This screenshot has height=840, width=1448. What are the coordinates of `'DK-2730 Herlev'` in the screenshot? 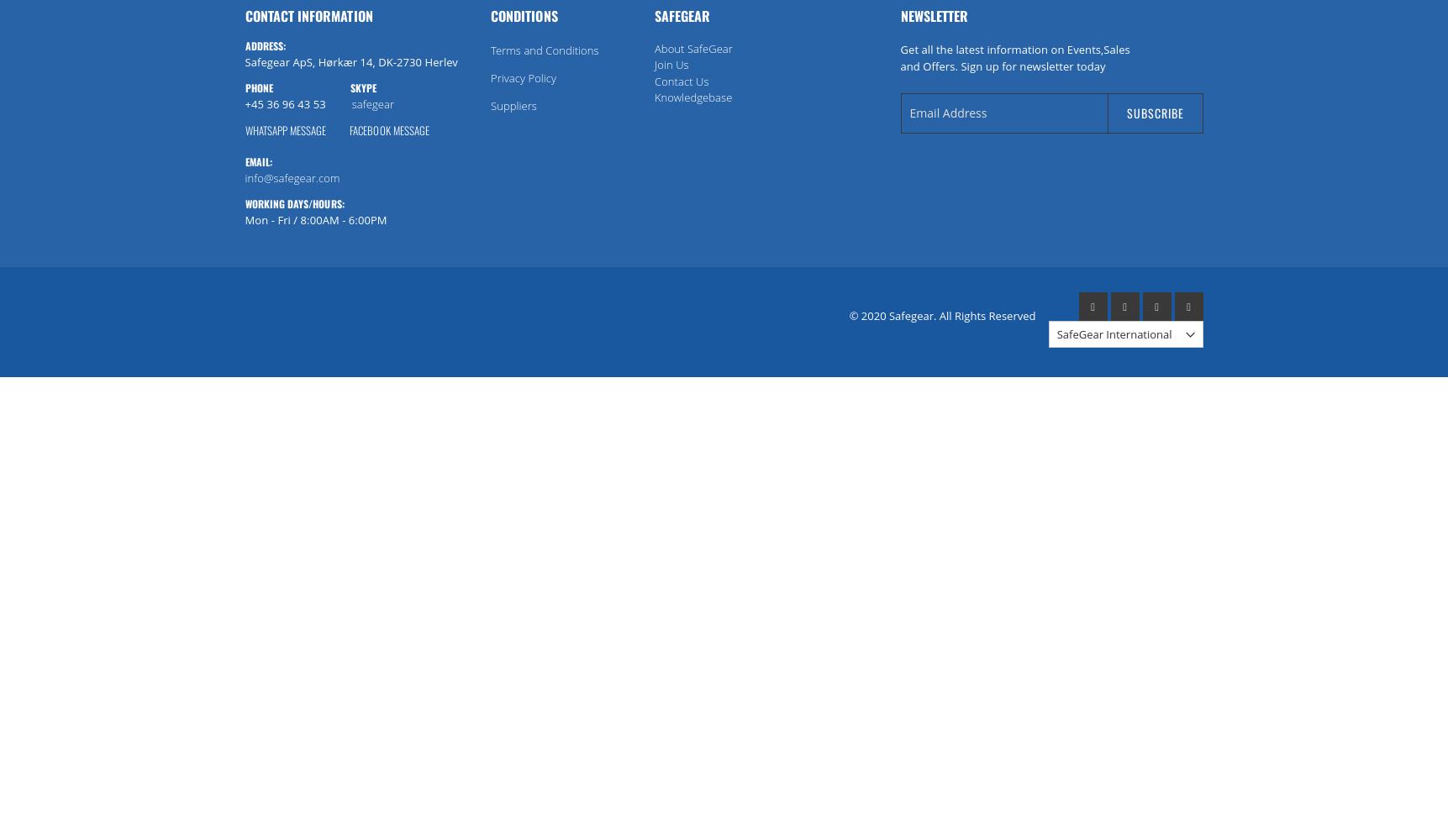 It's located at (417, 60).